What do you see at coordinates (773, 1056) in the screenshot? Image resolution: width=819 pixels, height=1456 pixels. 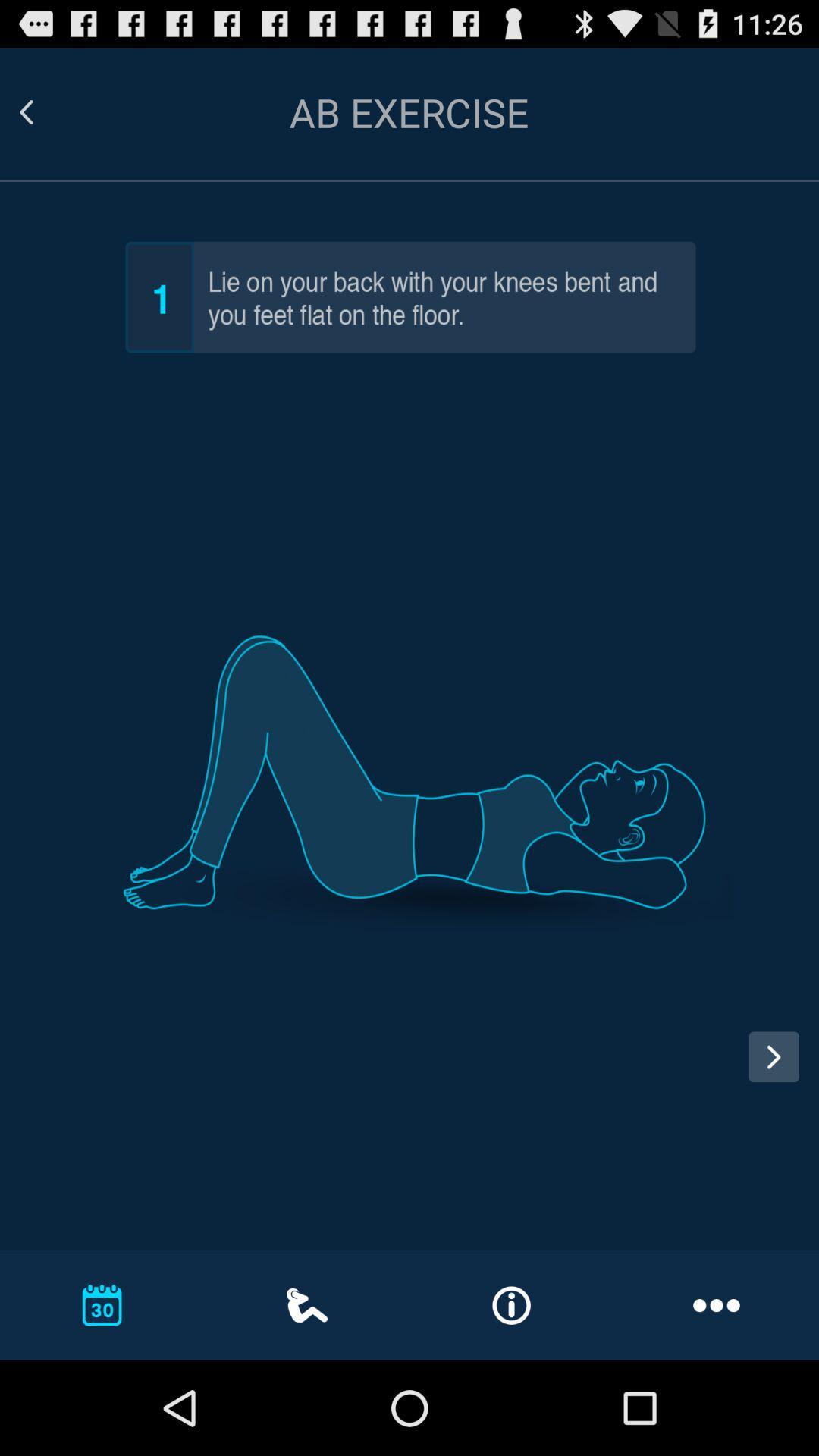 I see `go forward` at bounding box center [773, 1056].